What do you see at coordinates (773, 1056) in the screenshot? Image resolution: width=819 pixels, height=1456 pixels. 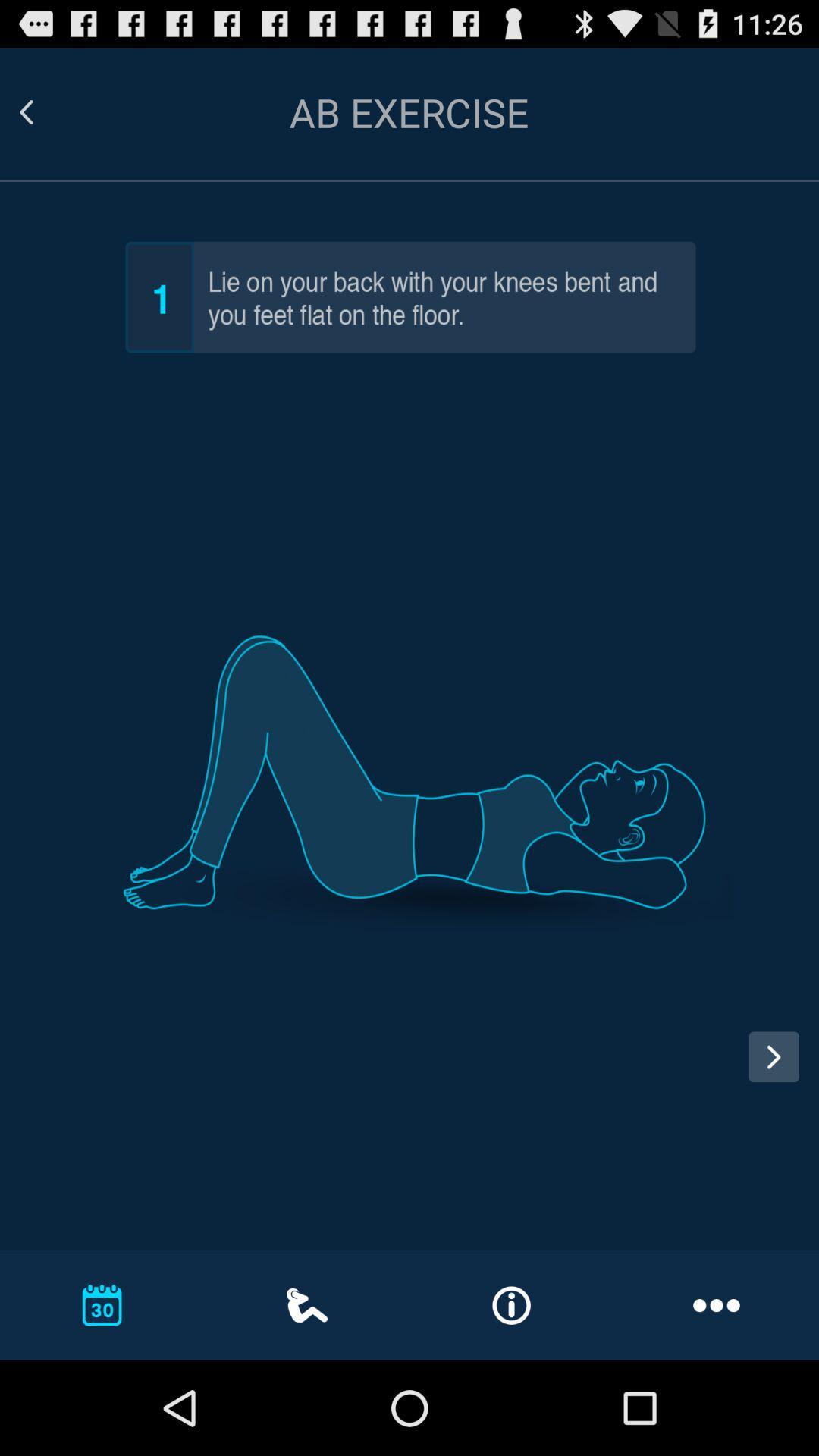 I see `go forward` at bounding box center [773, 1056].